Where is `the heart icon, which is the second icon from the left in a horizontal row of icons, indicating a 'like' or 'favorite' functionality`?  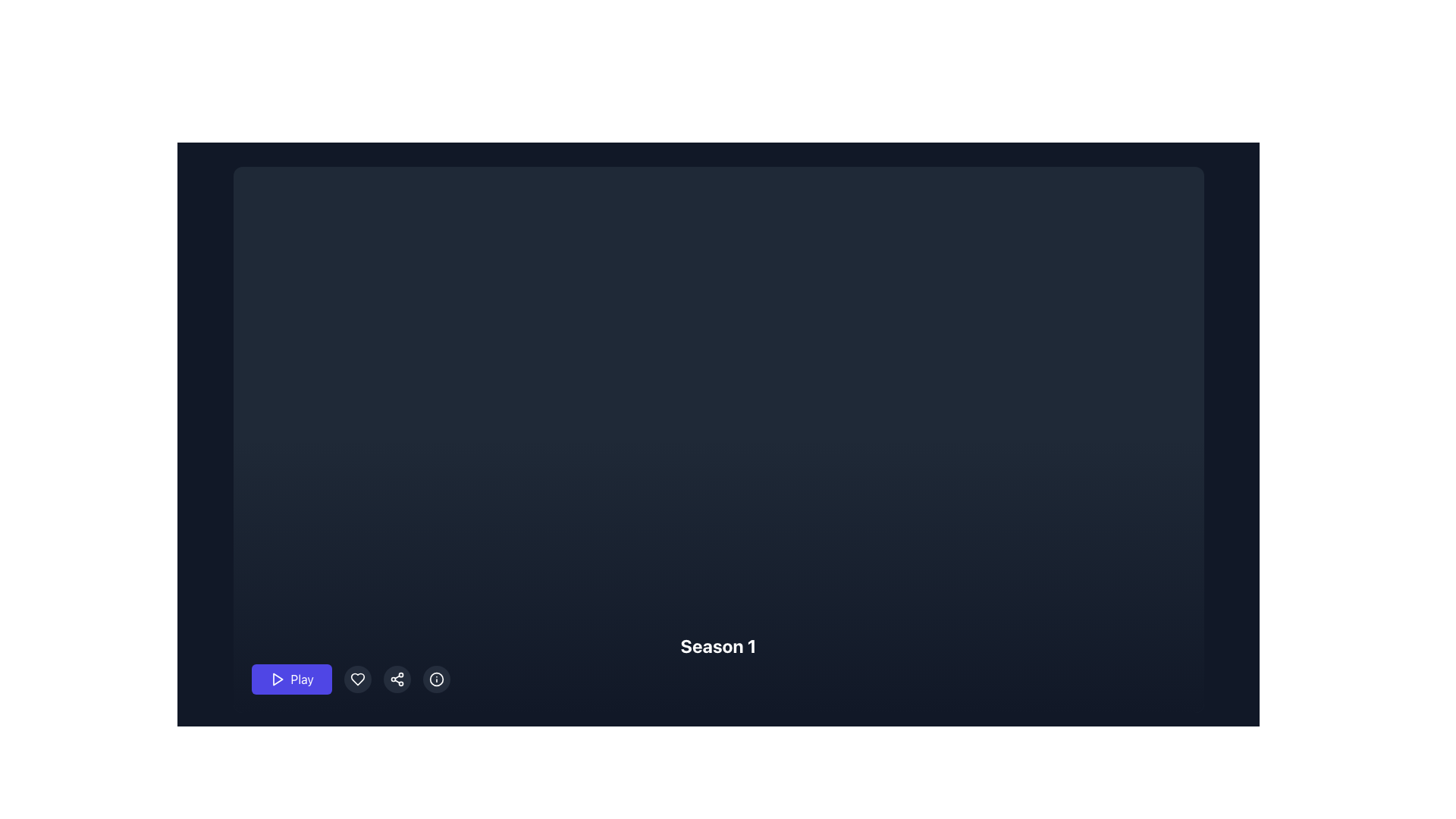
the heart icon, which is the second icon from the left in a horizontal row of icons, indicating a 'like' or 'favorite' functionality is located at coordinates (356, 678).